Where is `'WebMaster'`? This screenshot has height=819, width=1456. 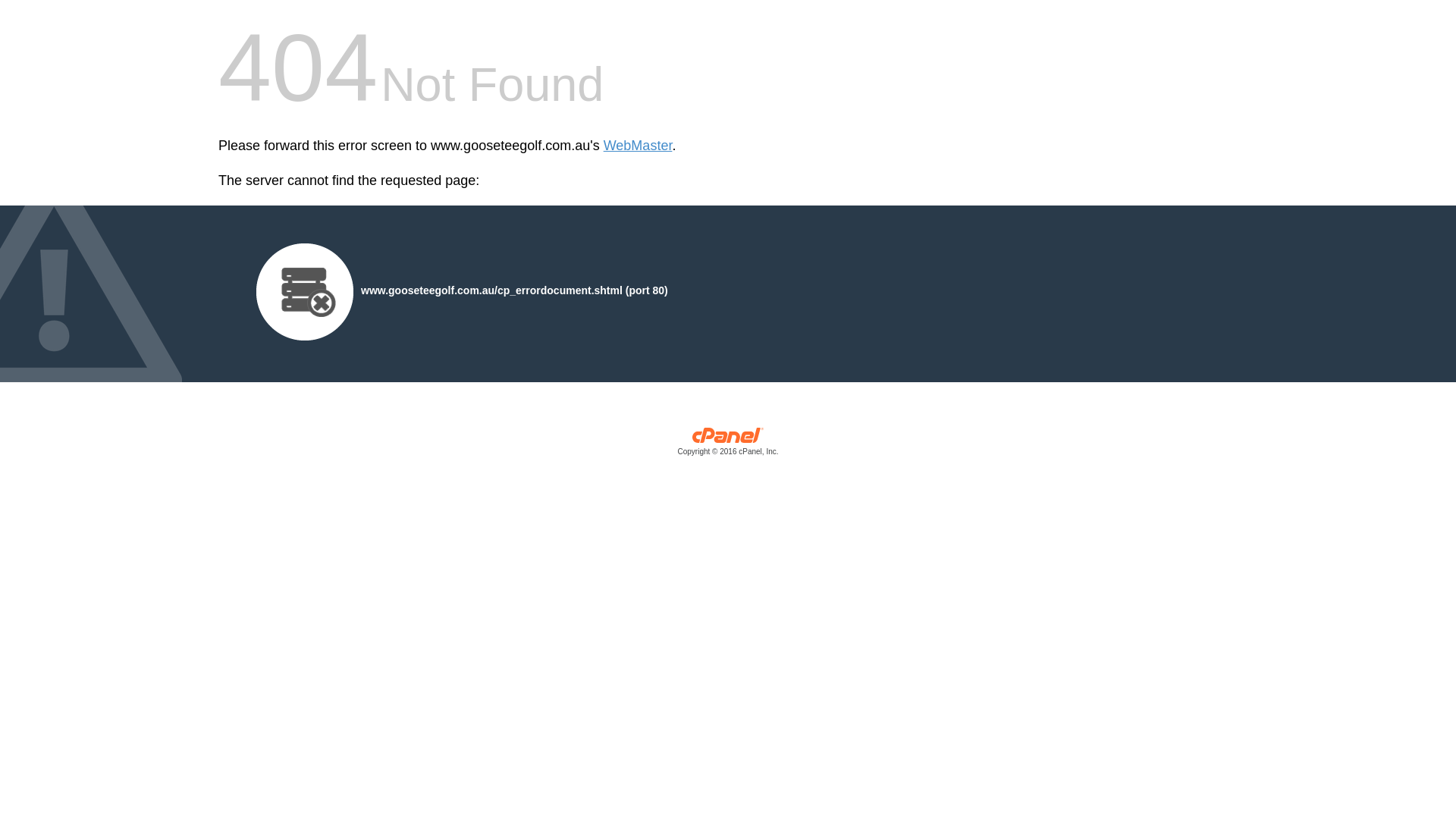 'WebMaster' is located at coordinates (638, 146).